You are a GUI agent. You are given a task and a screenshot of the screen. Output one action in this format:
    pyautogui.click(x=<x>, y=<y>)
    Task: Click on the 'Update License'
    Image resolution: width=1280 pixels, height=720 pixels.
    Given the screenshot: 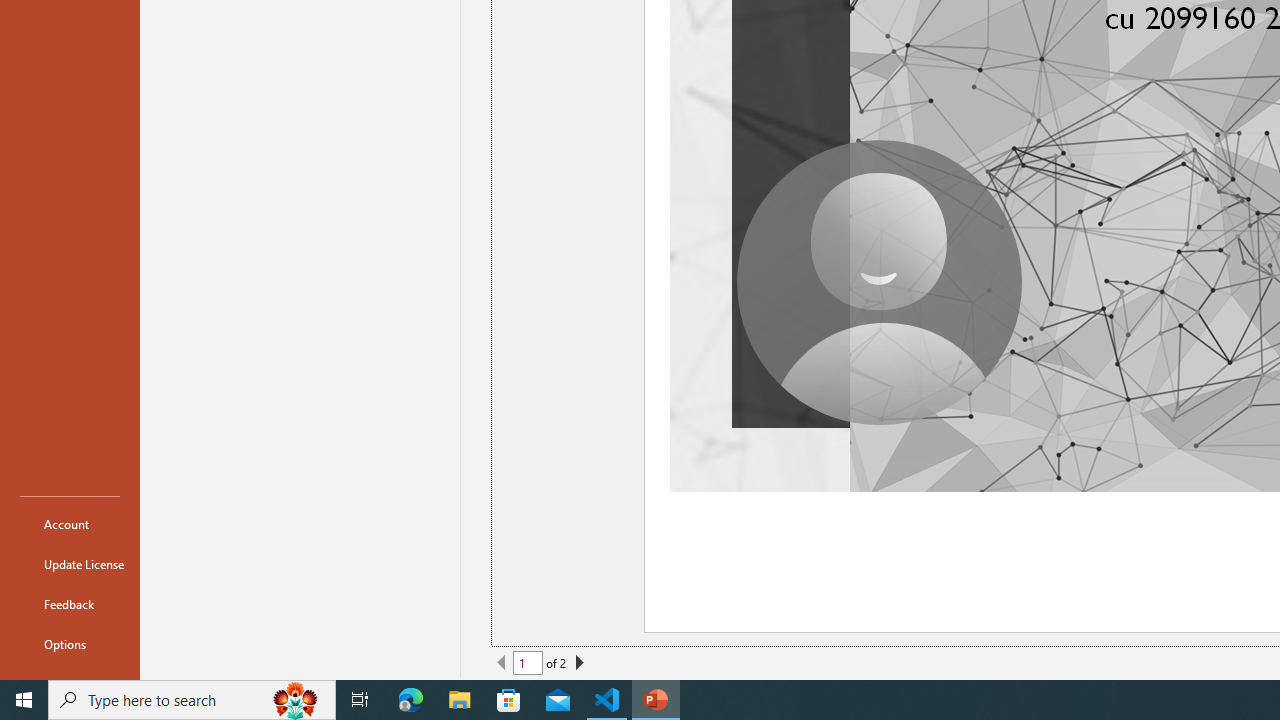 What is the action you would take?
    pyautogui.click(x=69, y=564)
    